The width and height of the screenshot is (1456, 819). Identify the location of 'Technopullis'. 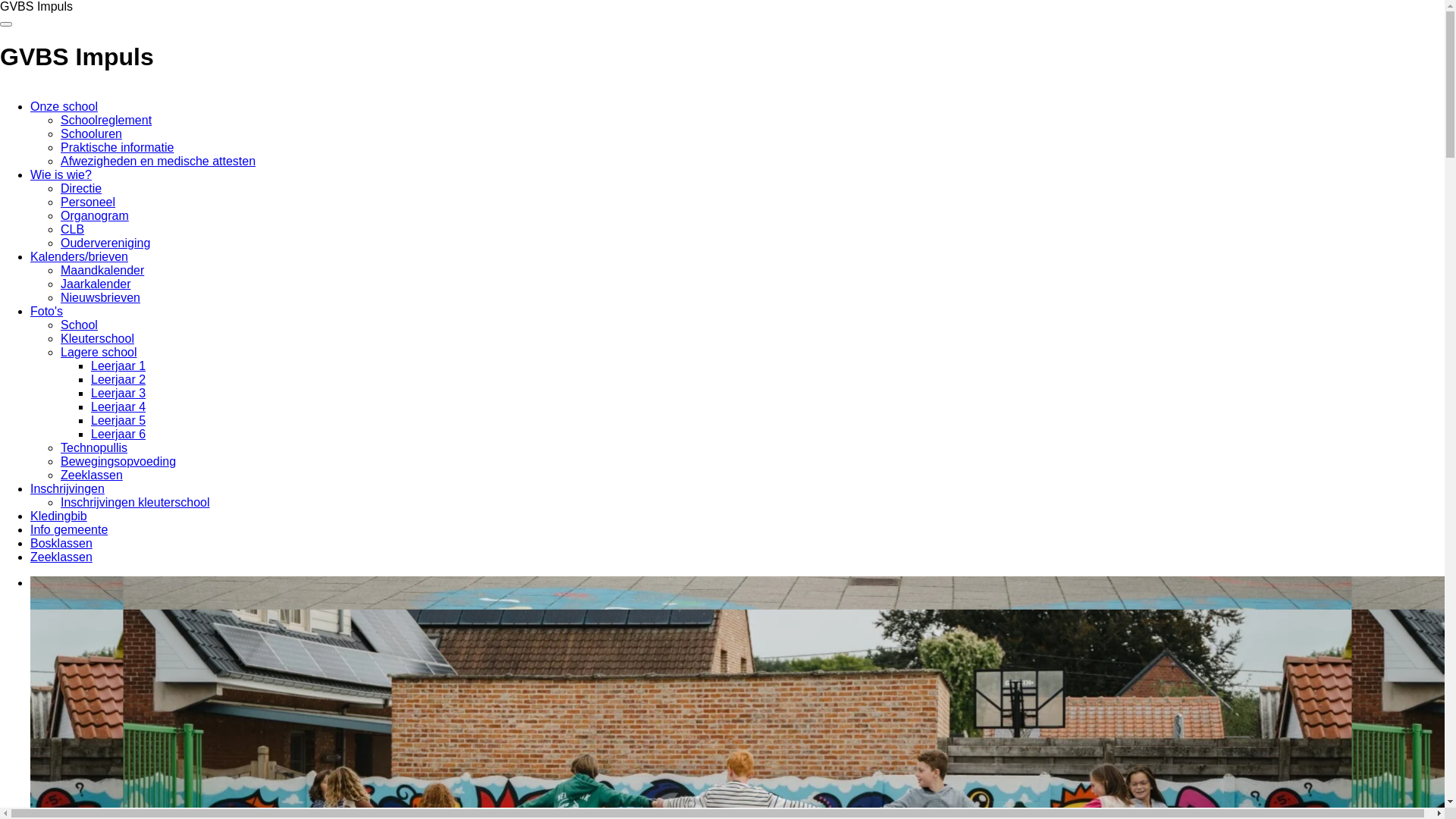
(93, 447).